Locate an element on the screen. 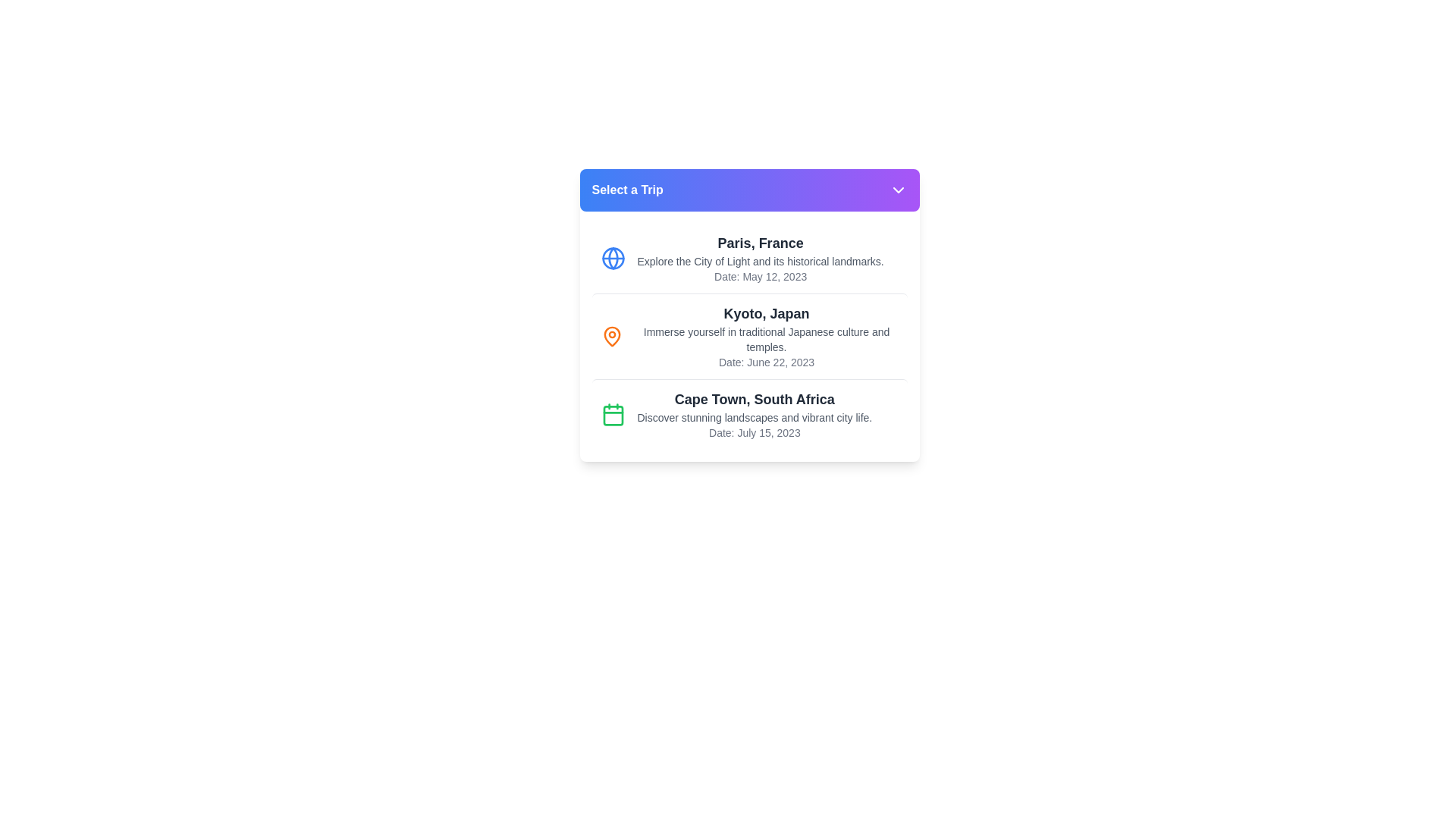 Image resolution: width=1456 pixels, height=819 pixels. the static text element displaying 'Date: July 15, 2023' located in the third trip description box titled 'Cape Town, South Africa' is located at coordinates (755, 432).